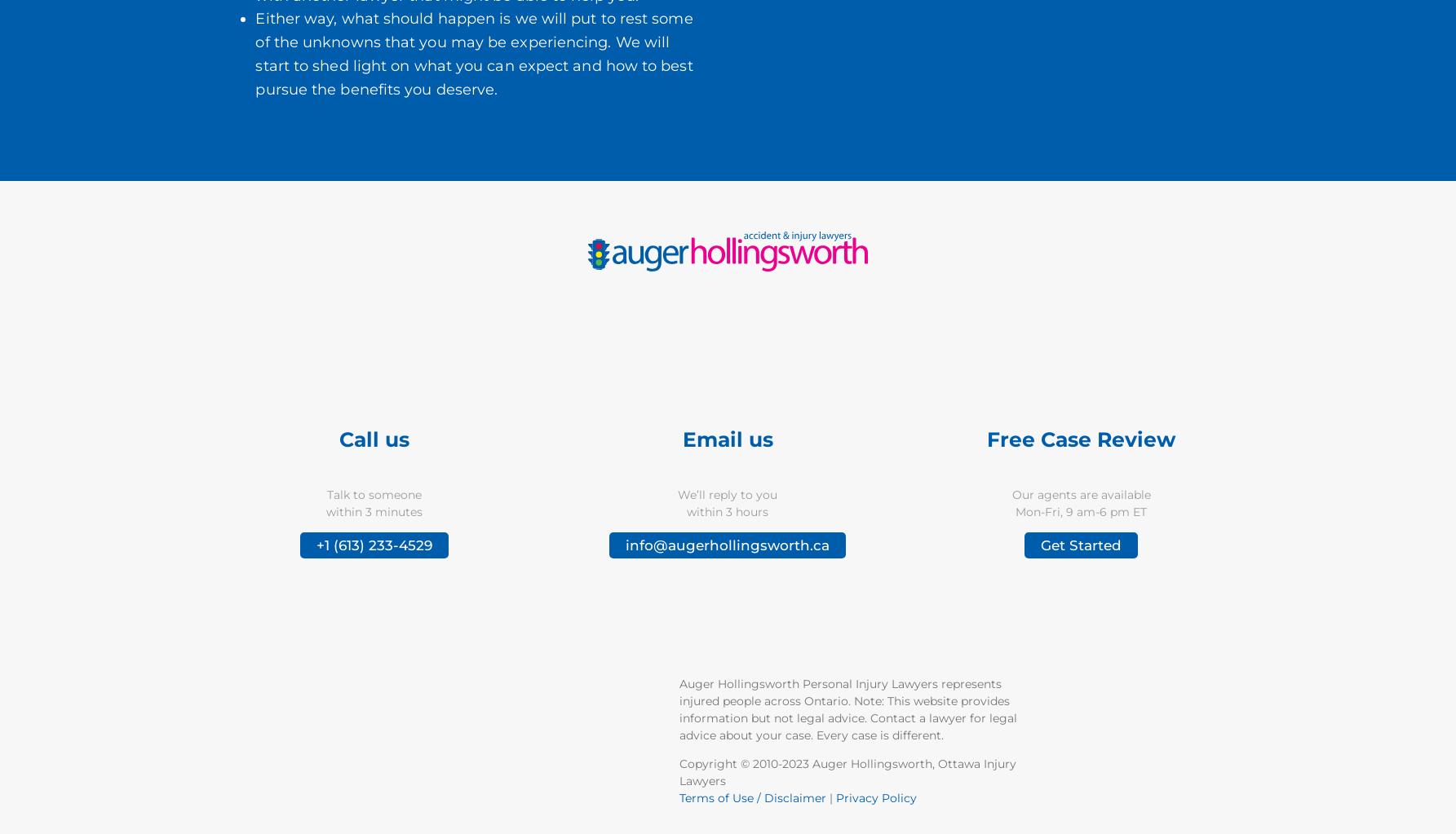 The width and height of the screenshot is (1456, 834). What do you see at coordinates (727, 437) in the screenshot?
I see `'Email us'` at bounding box center [727, 437].